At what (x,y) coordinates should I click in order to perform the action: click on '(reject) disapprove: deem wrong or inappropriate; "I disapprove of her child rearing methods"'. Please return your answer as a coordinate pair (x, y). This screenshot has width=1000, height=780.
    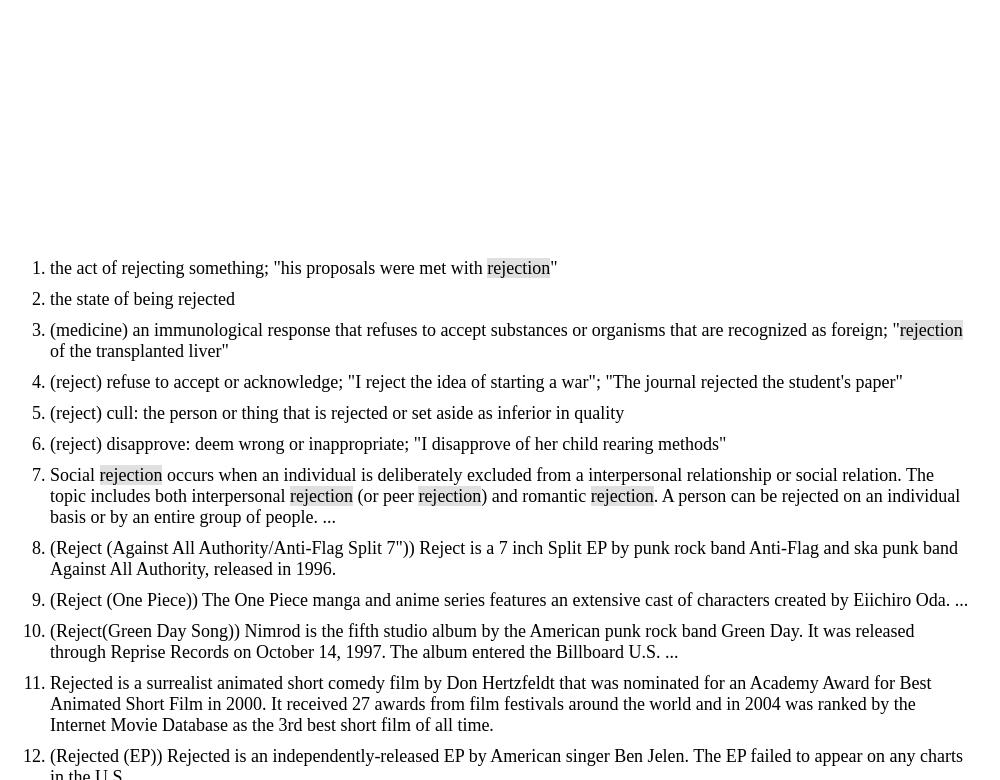
    Looking at the image, I should click on (388, 443).